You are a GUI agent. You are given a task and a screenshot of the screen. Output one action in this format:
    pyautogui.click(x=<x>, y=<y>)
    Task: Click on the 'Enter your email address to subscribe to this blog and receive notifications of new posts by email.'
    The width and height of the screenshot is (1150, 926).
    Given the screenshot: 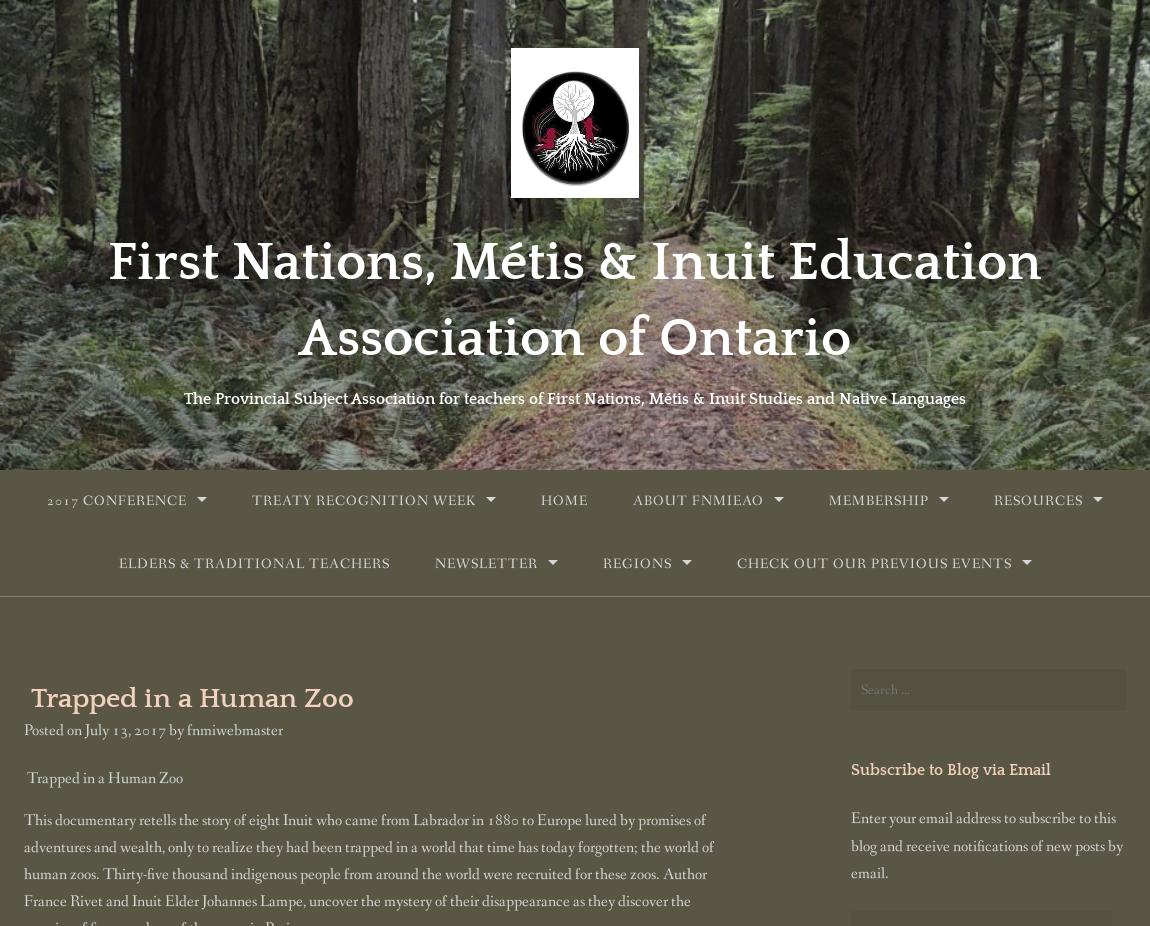 What is the action you would take?
    pyautogui.click(x=986, y=845)
    